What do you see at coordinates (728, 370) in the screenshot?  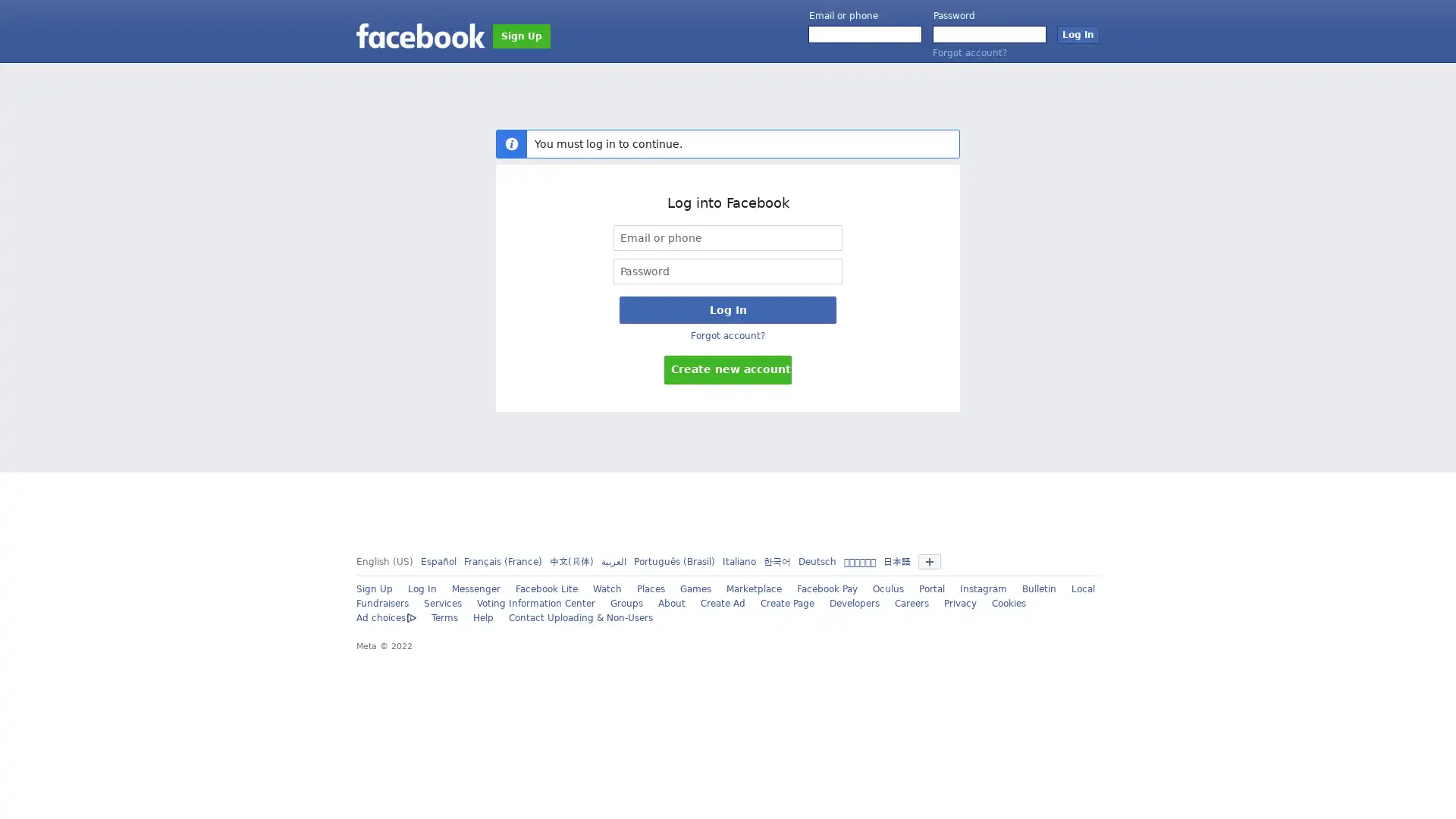 I see `Create new account` at bounding box center [728, 370].